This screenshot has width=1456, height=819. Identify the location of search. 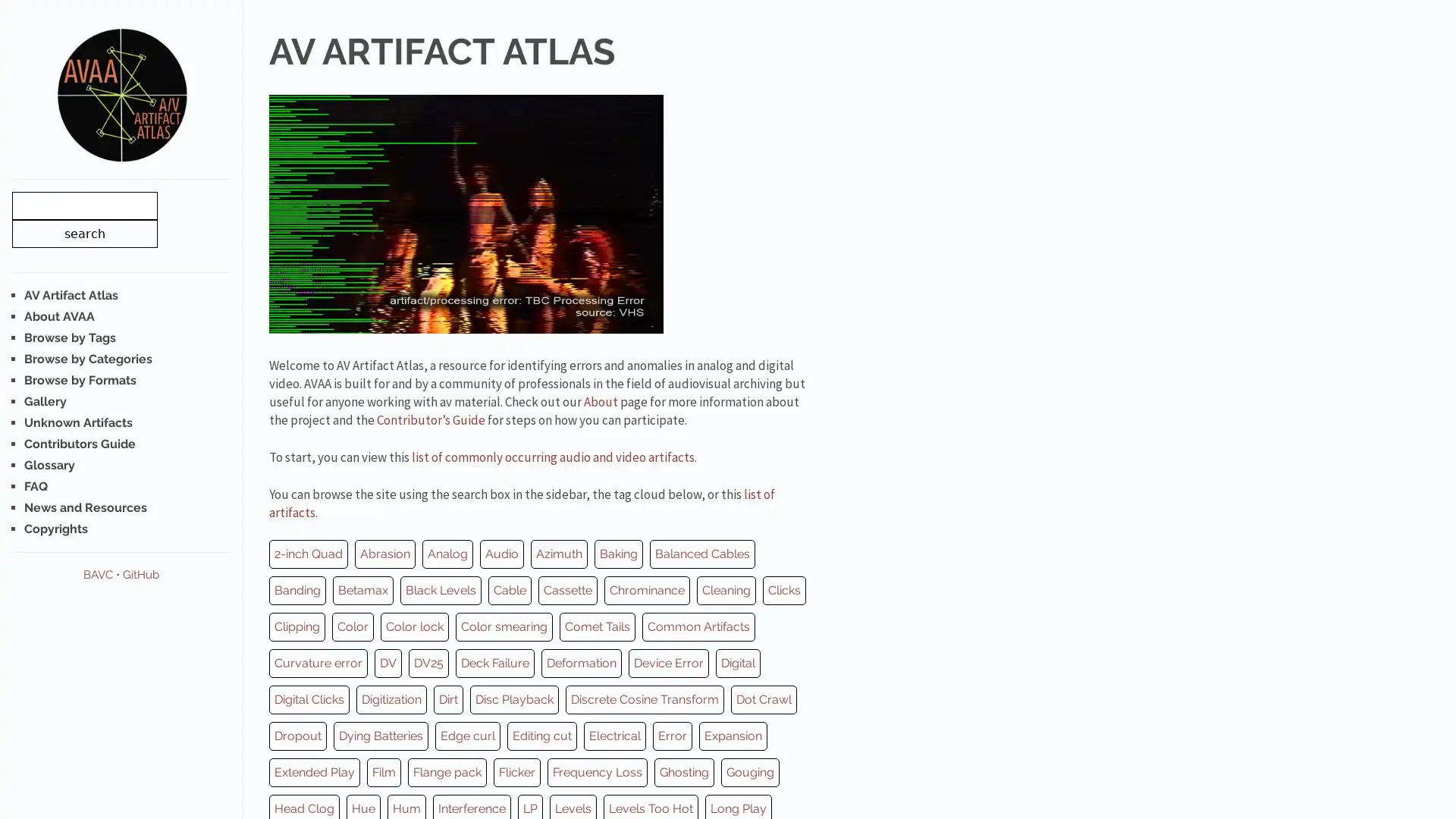
(83, 233).